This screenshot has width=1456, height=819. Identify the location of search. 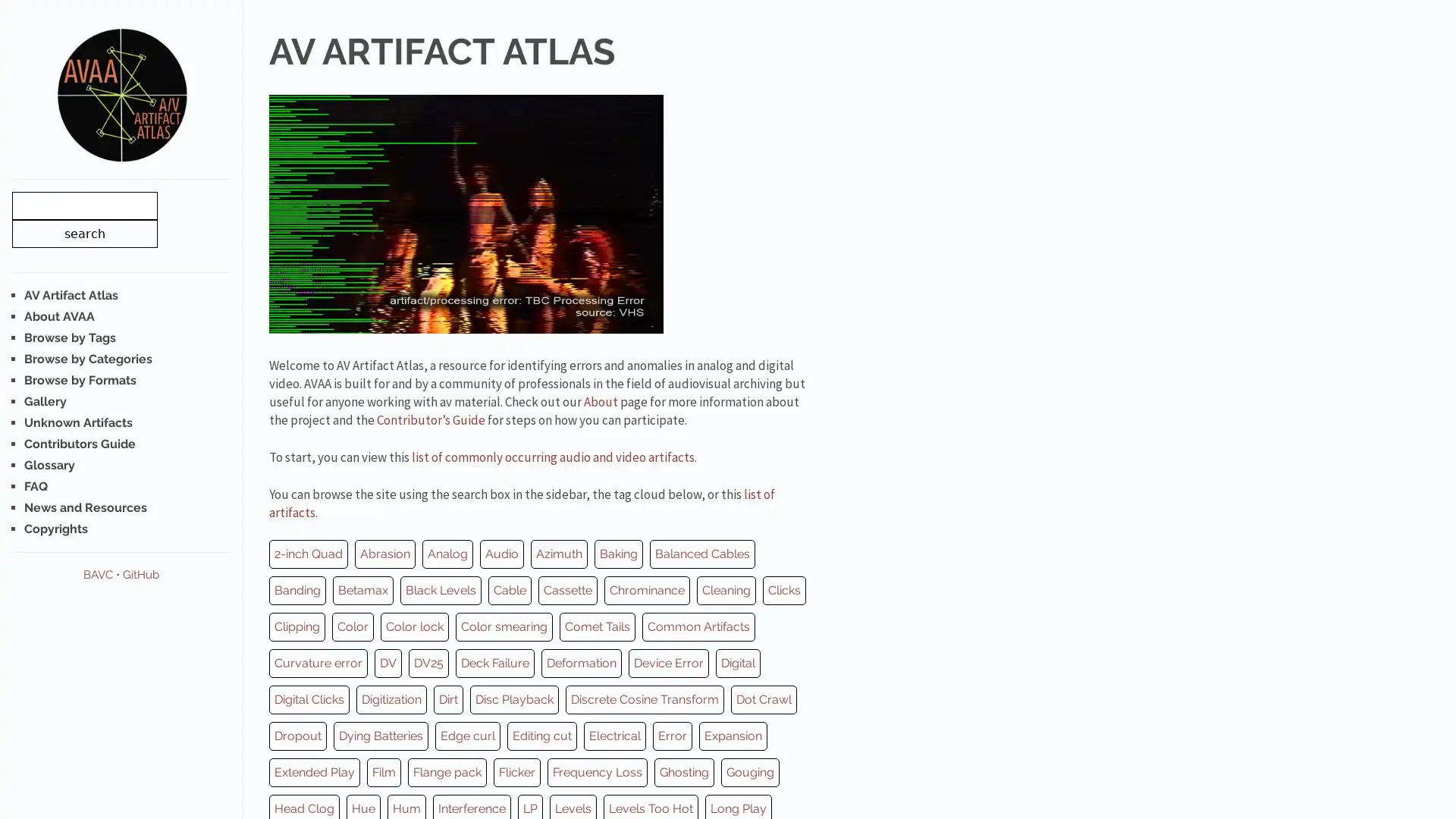
(83, 233).